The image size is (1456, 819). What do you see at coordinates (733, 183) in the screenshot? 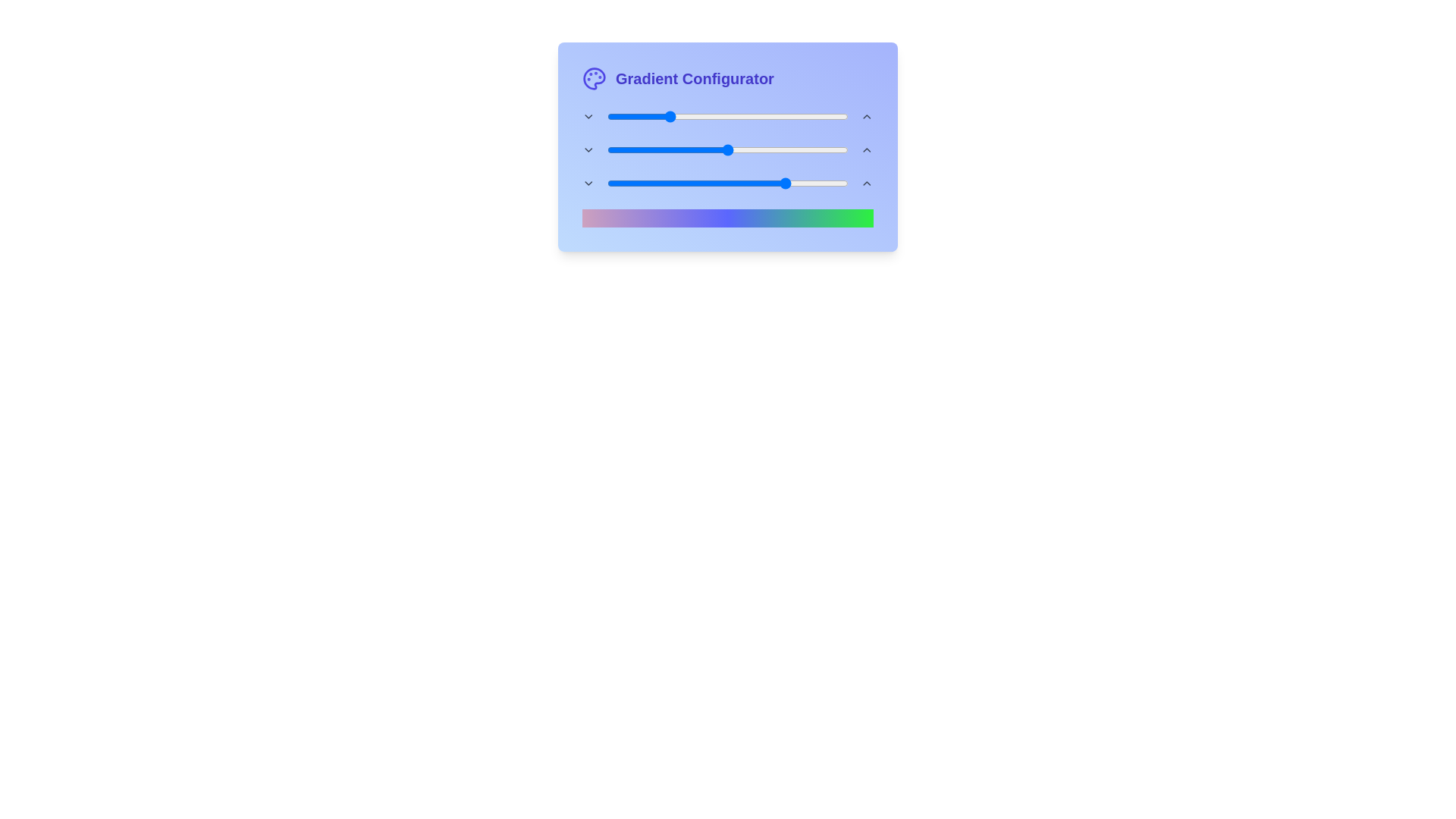
I see `the end gradient slider to 52` at bounding box center [733, 183].